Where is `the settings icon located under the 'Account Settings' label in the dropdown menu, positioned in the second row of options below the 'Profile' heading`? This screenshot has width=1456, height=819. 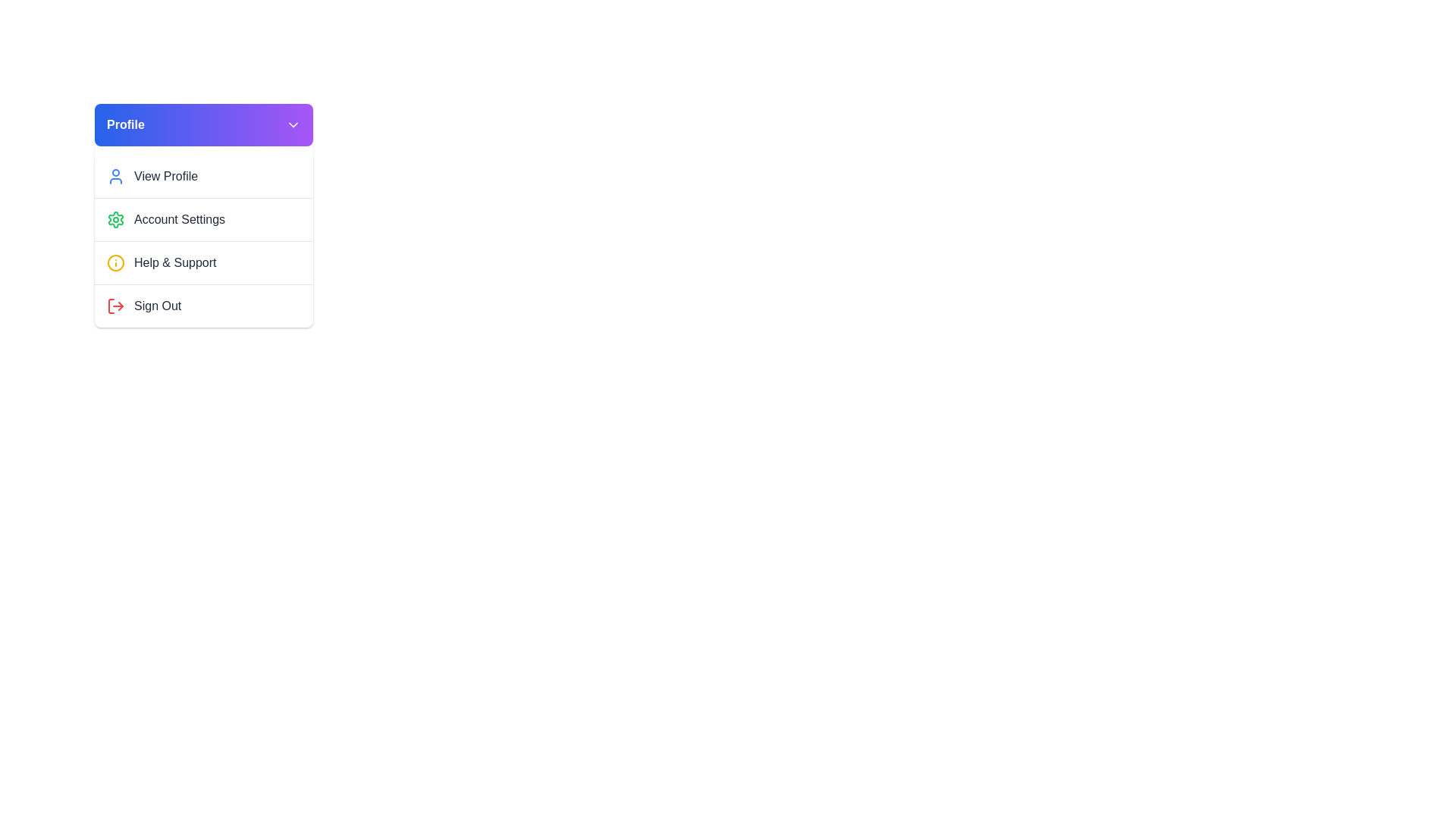
the settings icon located under the 'Account Settings' label in the dropdown menu, positioned in the second row of options below the 'Profile' heading is located at coordinates (115, 219).